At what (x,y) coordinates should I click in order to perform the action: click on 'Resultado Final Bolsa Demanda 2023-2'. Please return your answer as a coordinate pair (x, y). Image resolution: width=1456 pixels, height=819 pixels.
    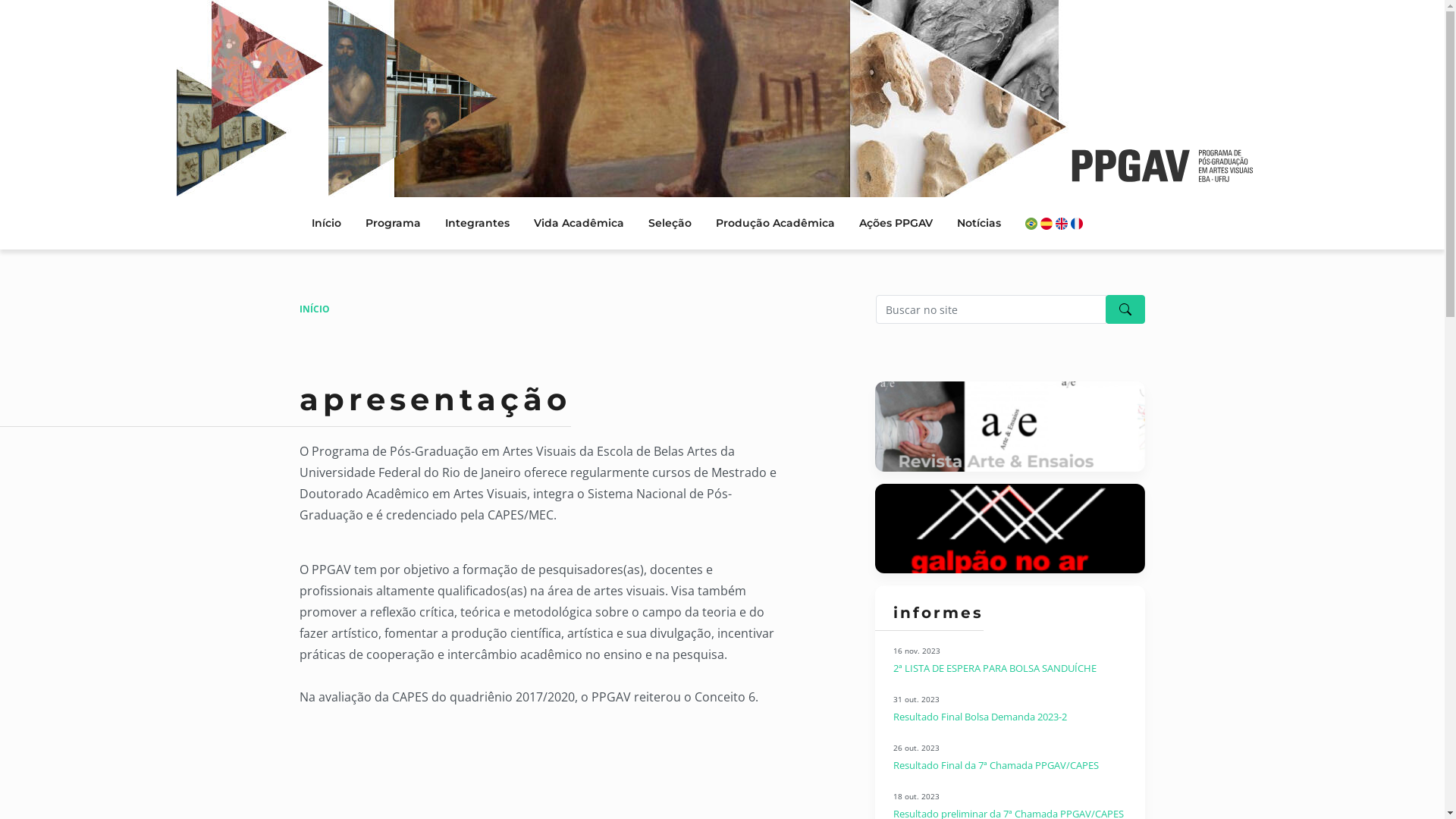
    Looking at the image, I should click on (980, 717).